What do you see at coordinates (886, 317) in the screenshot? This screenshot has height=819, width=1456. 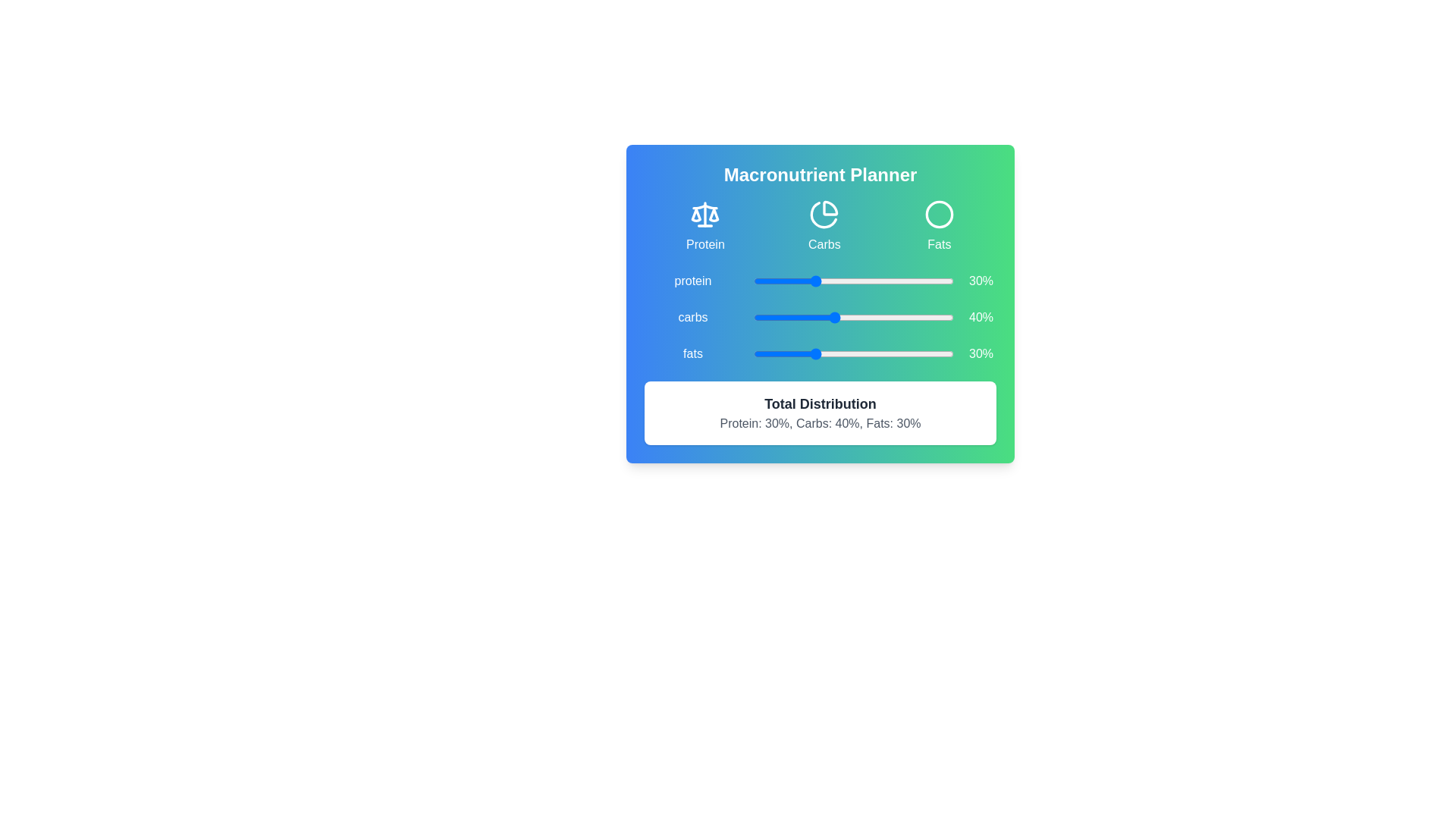 I see `the carbs percentage` at bounding box center [886, 317].